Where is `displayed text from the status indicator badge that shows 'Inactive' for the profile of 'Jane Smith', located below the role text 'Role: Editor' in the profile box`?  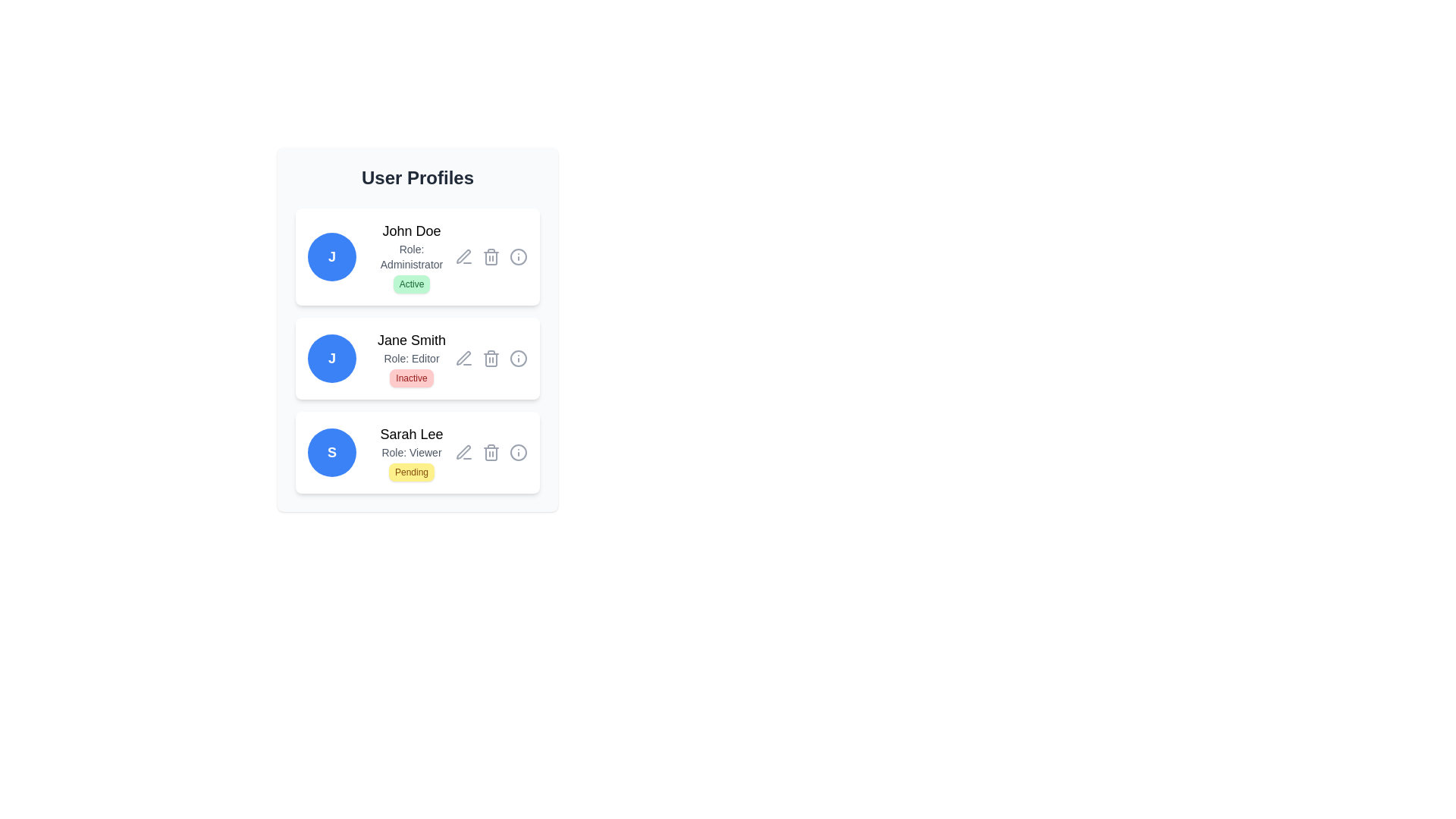
displayed text from the status indicator badge that shows 'Inactive' for the profile of 'Jane Smith', located below the role text 'Role: Editor' in the profile box is located at coordinates (411, 377).